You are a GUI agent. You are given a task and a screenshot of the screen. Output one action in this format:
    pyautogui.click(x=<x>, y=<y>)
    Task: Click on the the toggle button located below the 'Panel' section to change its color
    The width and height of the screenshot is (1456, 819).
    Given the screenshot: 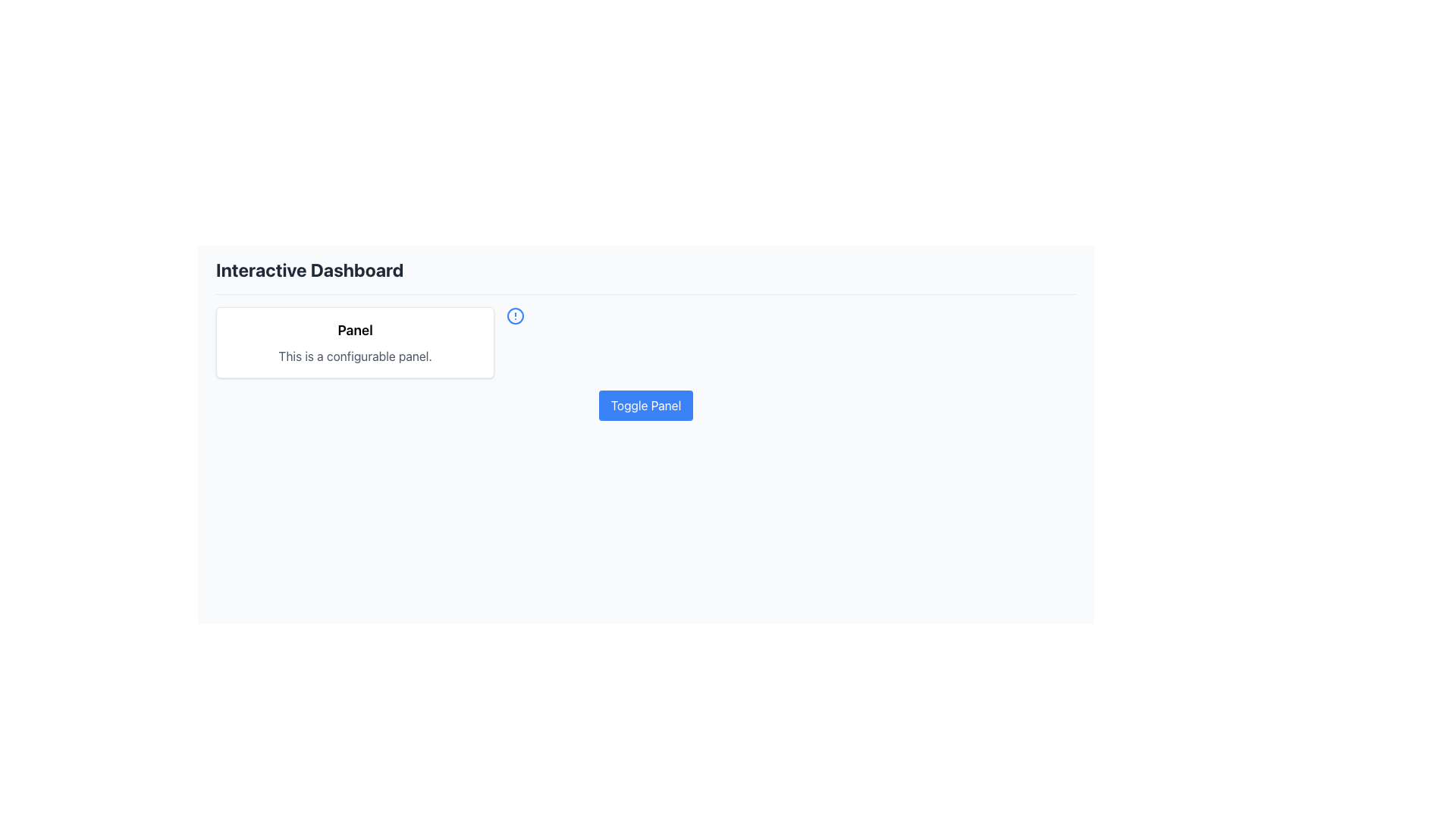 What is the action you would take?
    pyautogui.click(x=645, y=405)
    